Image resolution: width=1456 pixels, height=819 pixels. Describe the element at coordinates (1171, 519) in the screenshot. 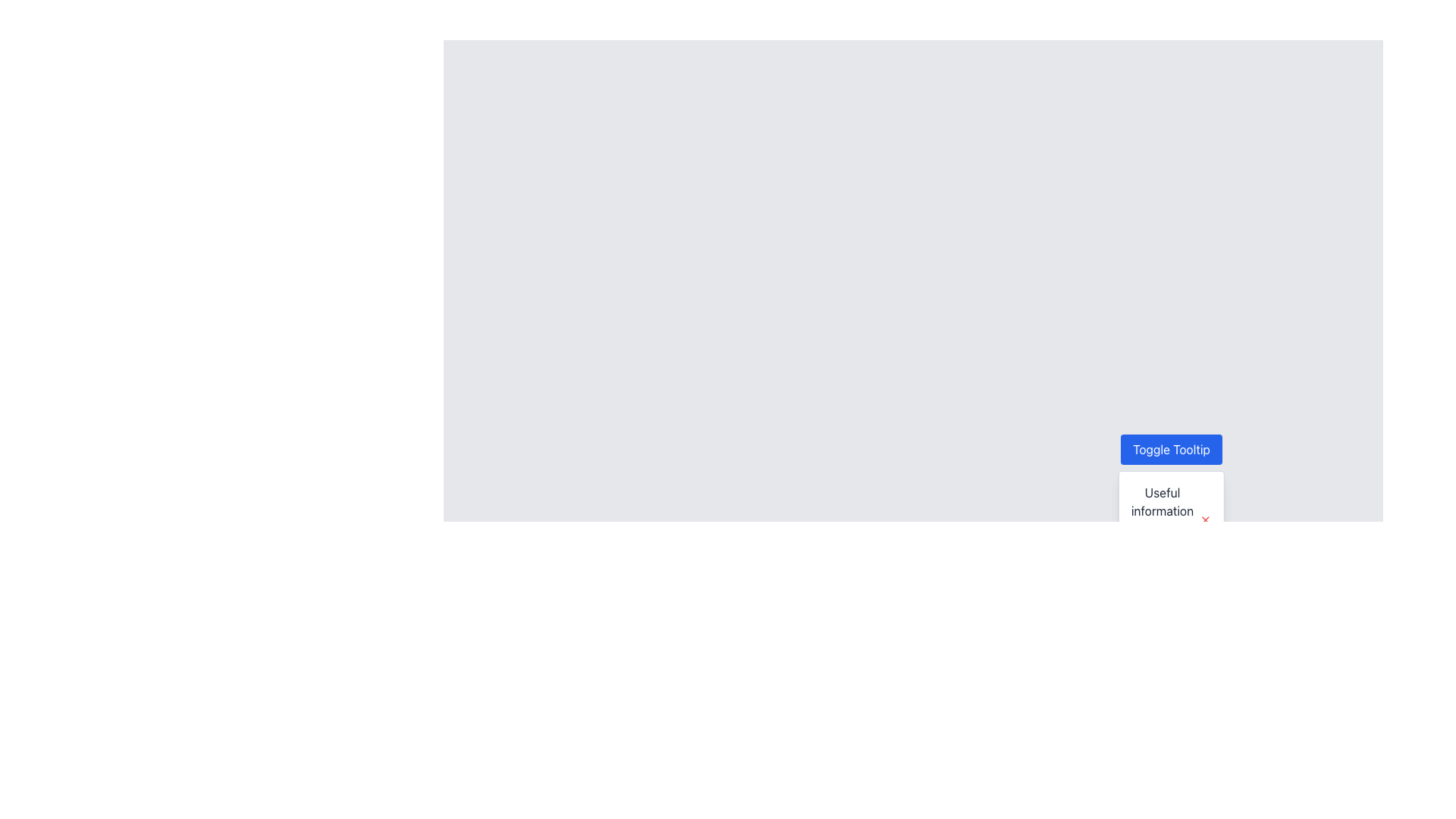

I see `the informational text display in the tooltip section located at the bottom center of the viewport` at that location.